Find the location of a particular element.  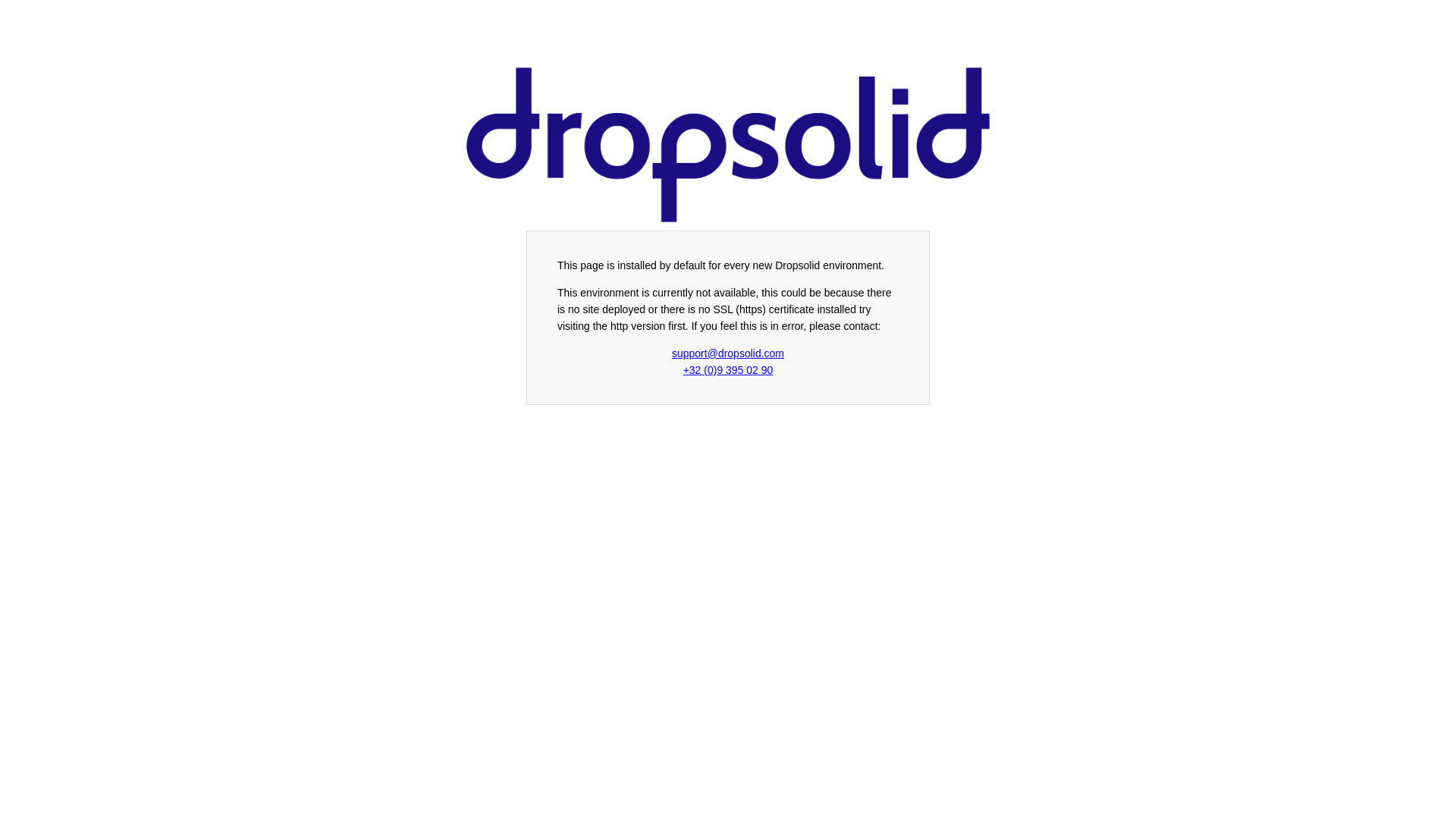

'+32 (0)9 395 02 90' is located at coordinates (728, 370).